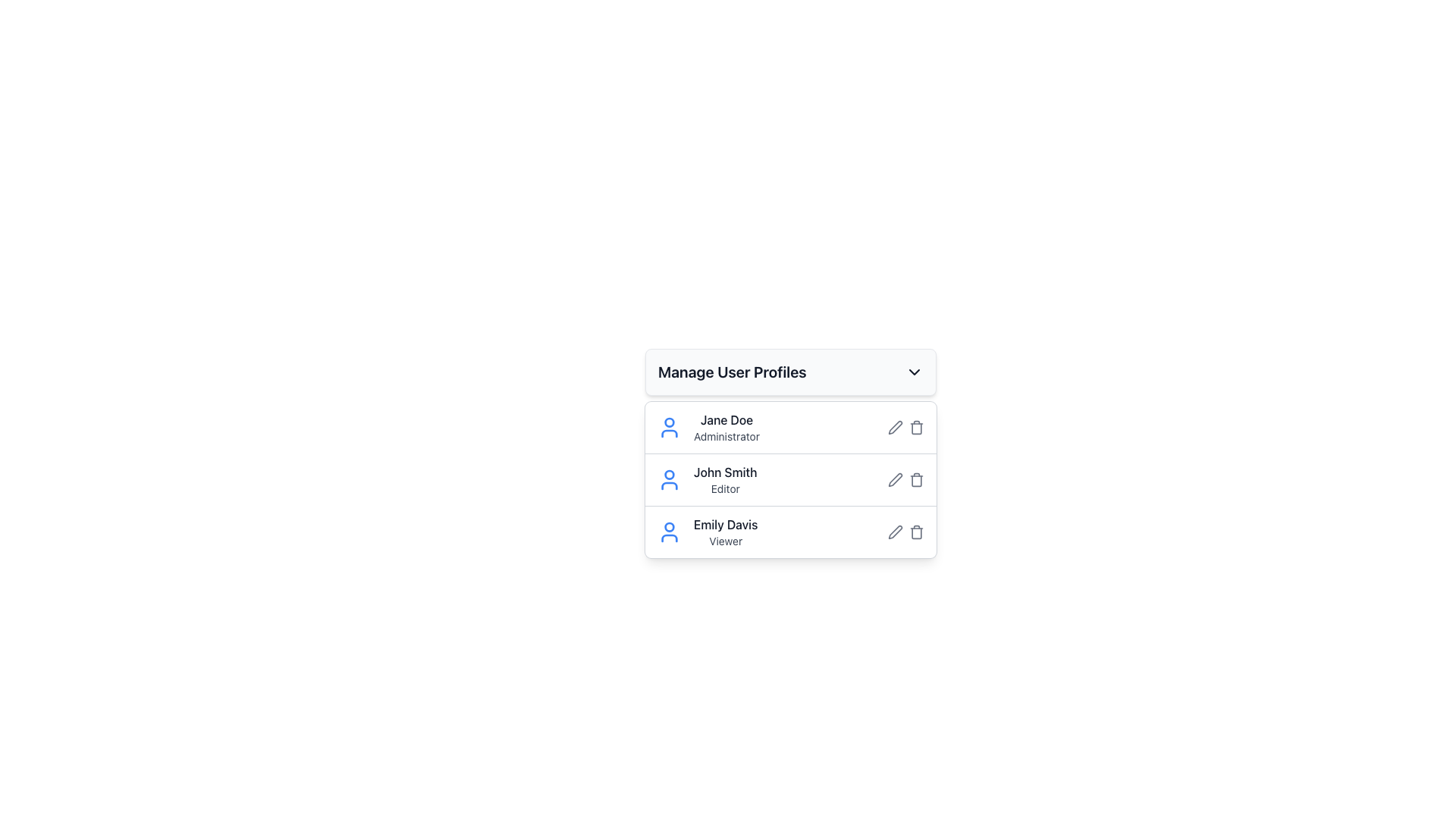 The height and width of the screenshot is (819, 1456). Describe the element at coordinates (726, 436) in the screenshot. I see `the static label or descriptor text that indicates the user role associated with the 'Jane Doe' profile, located beneath the name in the user profiles list` at that location.